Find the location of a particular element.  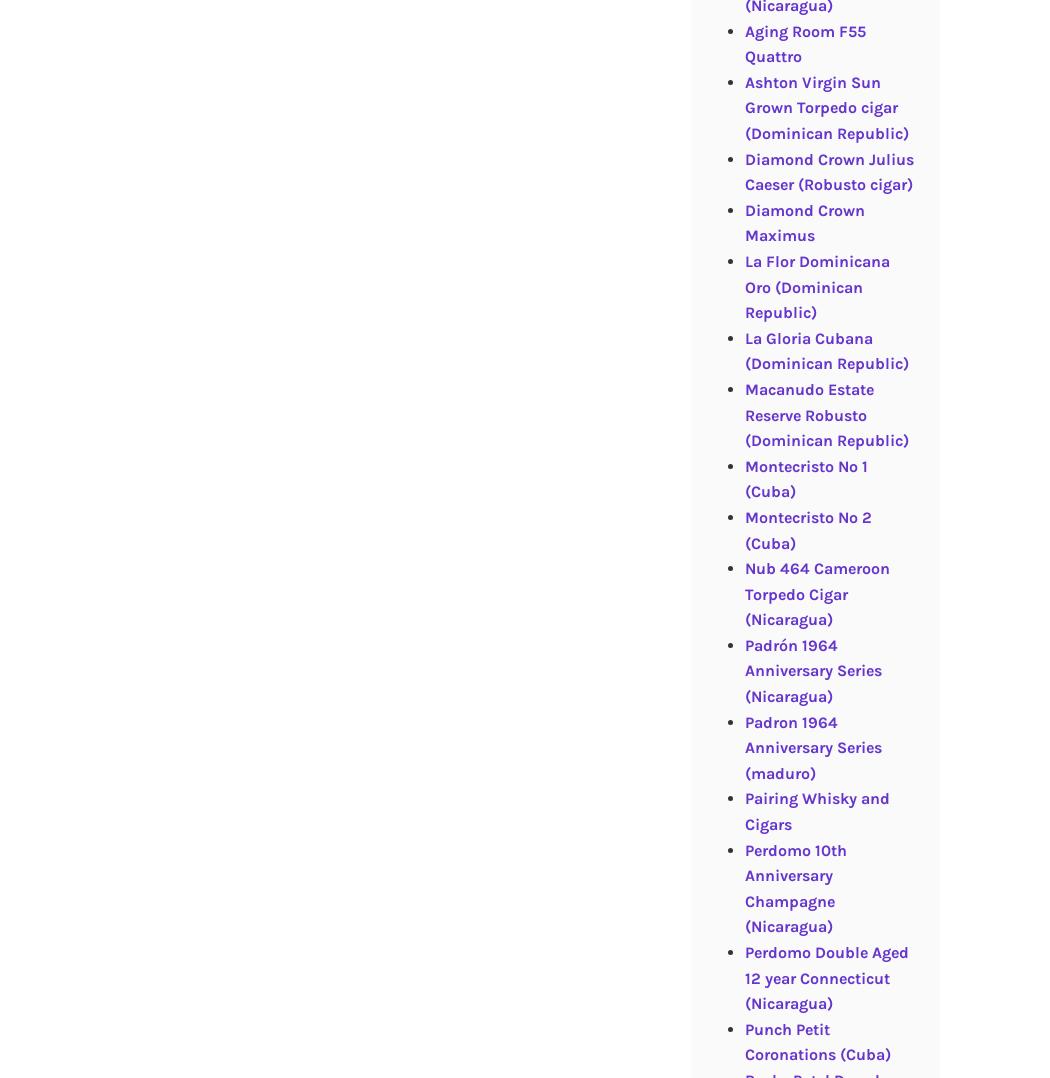

'Nub 464 Cameroon Torpedo Cigar (Nicaragua)' is located at coordinates (815, 593).